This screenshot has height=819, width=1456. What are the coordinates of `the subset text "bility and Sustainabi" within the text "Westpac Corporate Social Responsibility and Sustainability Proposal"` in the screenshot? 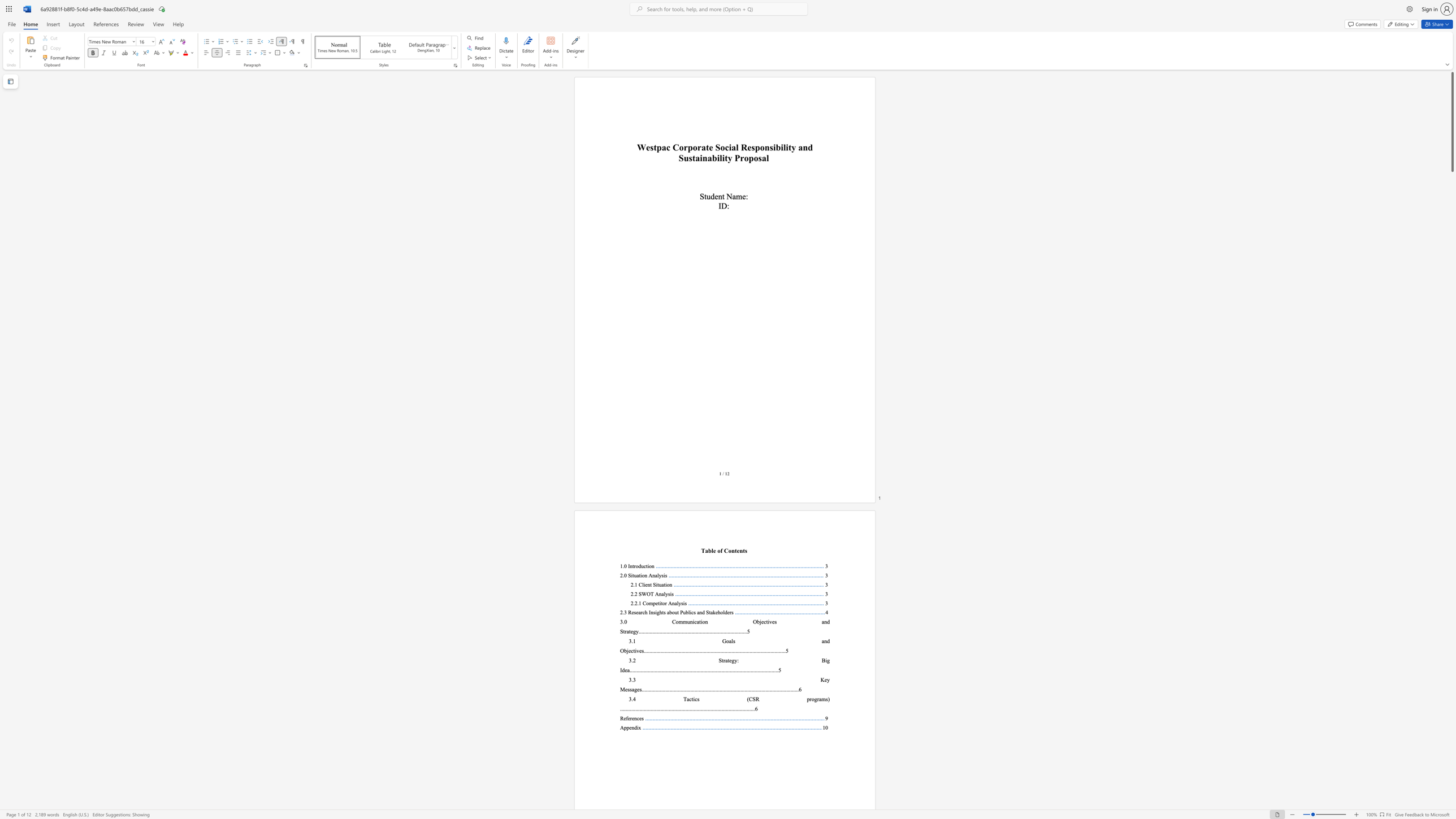 It's located at (775, 147).